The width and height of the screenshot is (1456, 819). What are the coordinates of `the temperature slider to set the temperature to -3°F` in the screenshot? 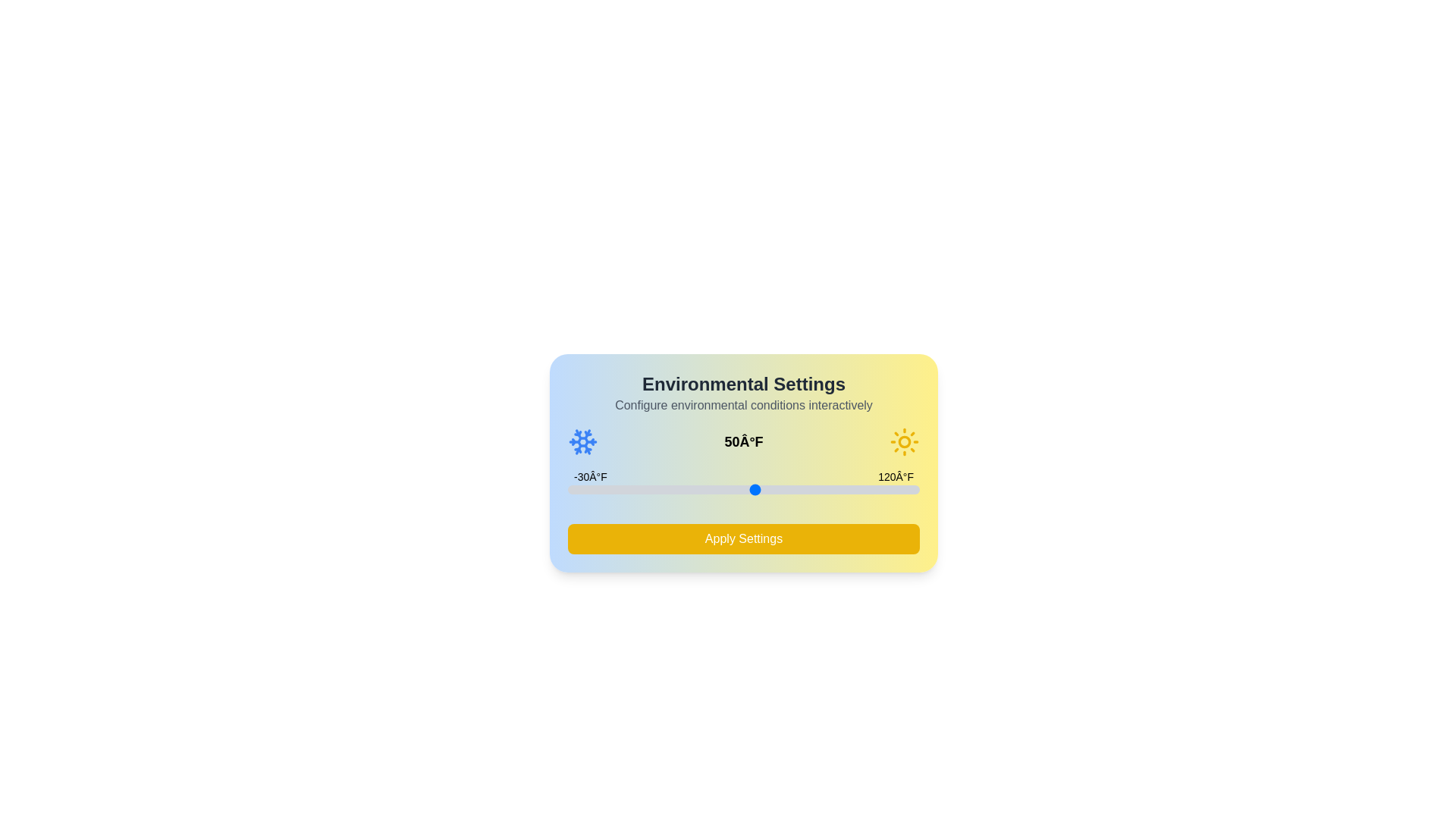 It's located at (631, 489).